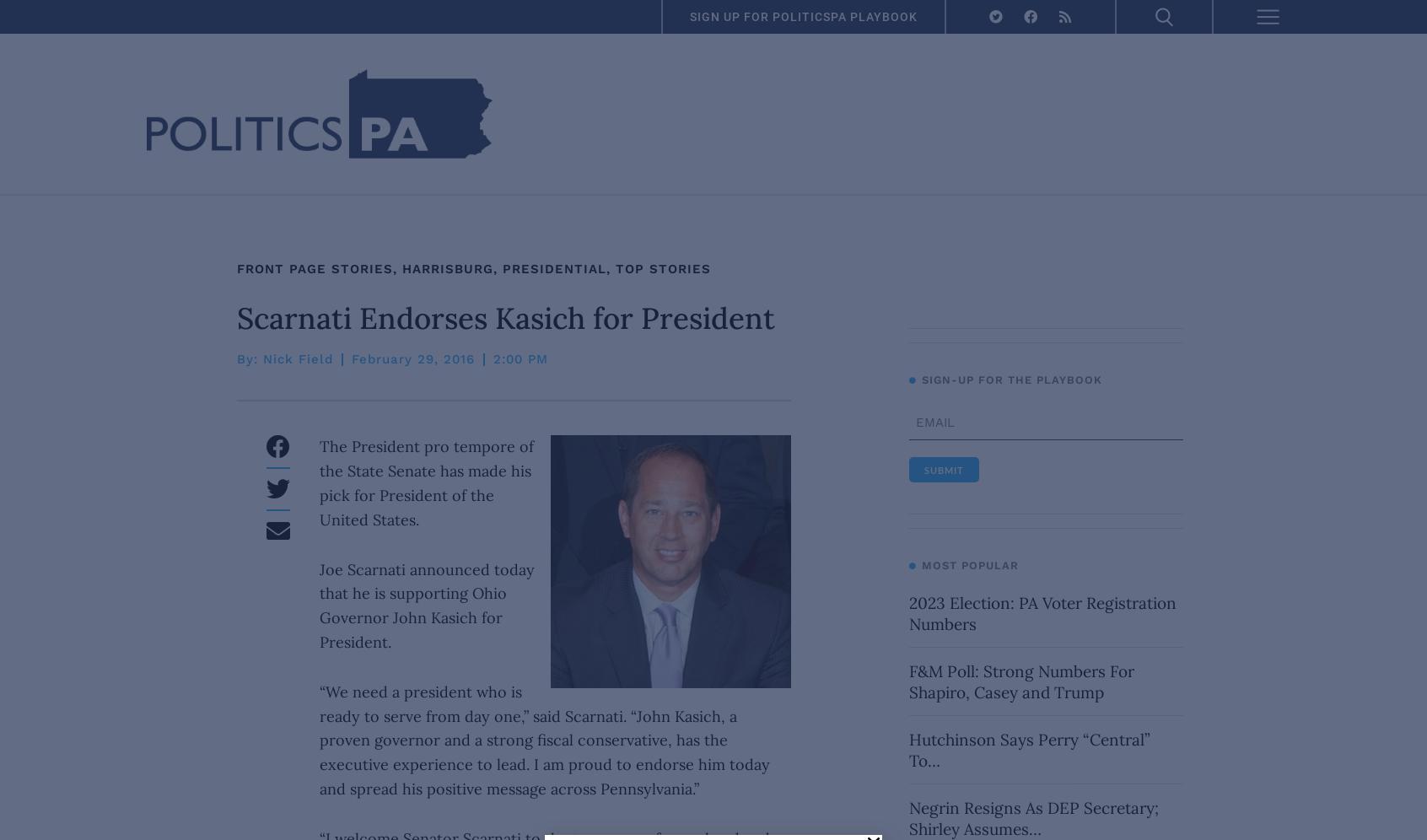 Image resolution: width=1427 pixels, height=840 pixels. What do you see at coordinates (1028, 749) in the screenshot?
I see `'Hutchinson Says Perry “Central” To…'` at bounding box center [1028, 749].